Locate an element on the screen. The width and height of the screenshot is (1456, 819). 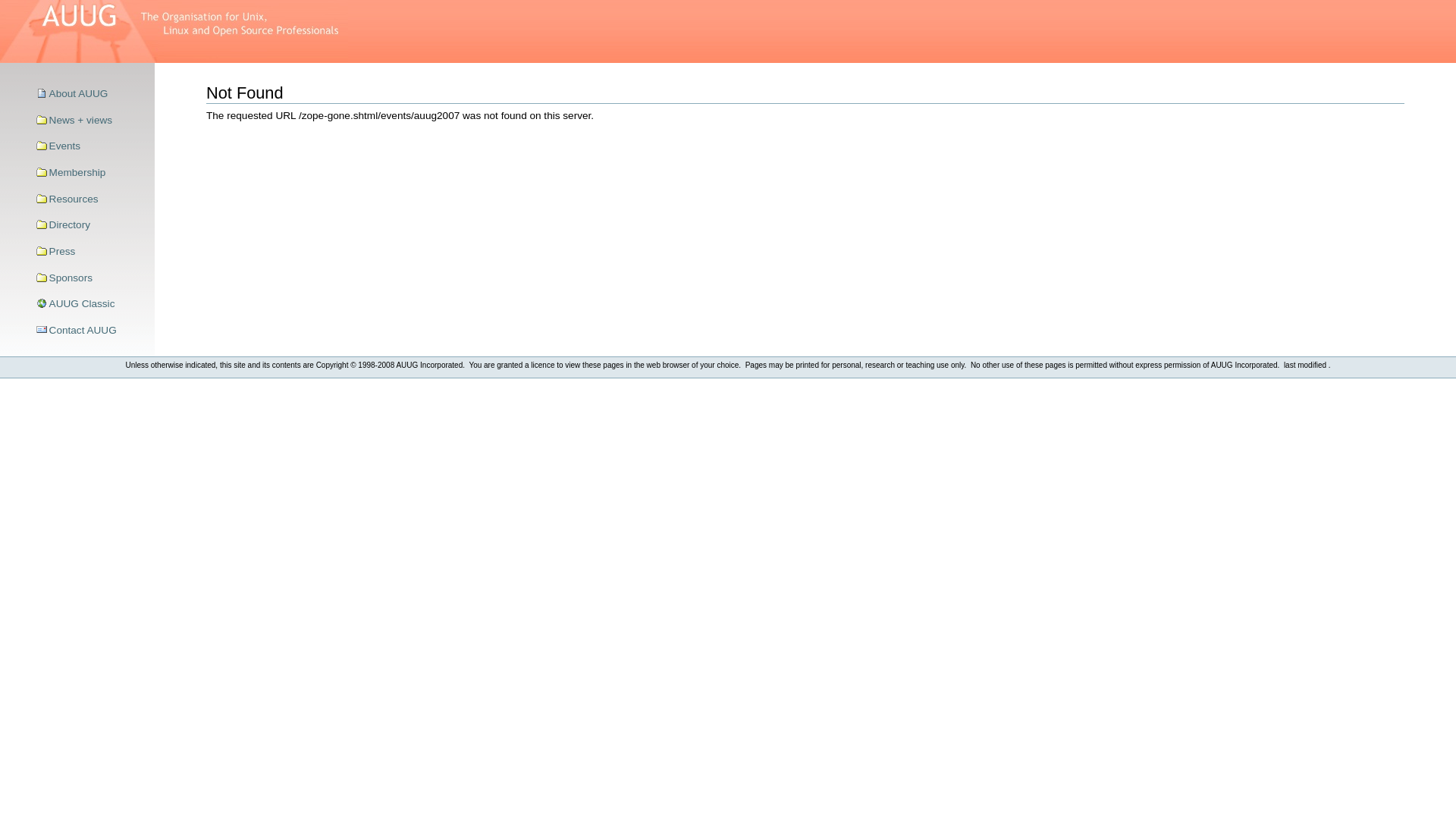
'AUUG Classic' is located at coordinates (89, 304).